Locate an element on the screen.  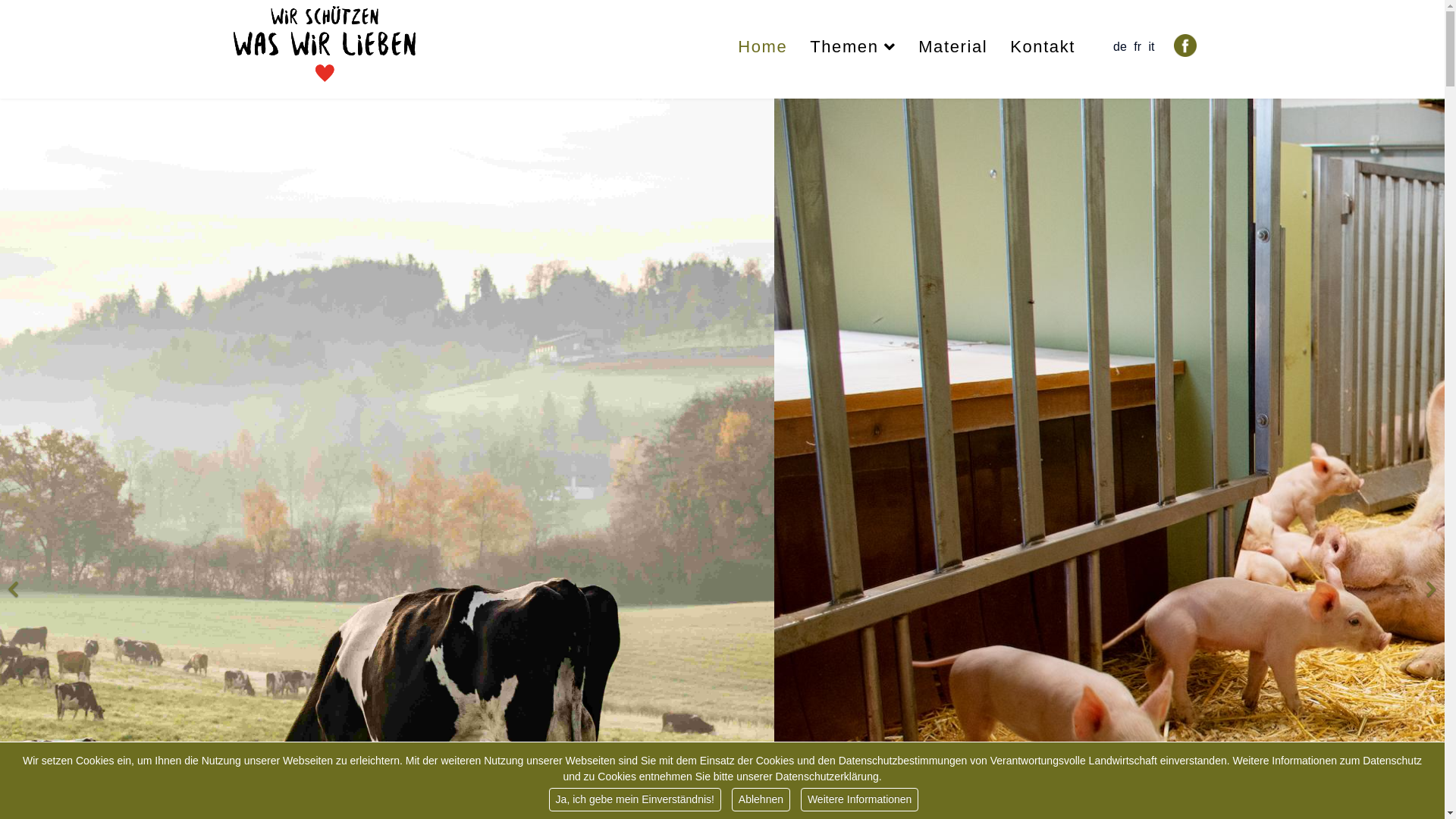
'Home' is located at coordinates (762, 45).